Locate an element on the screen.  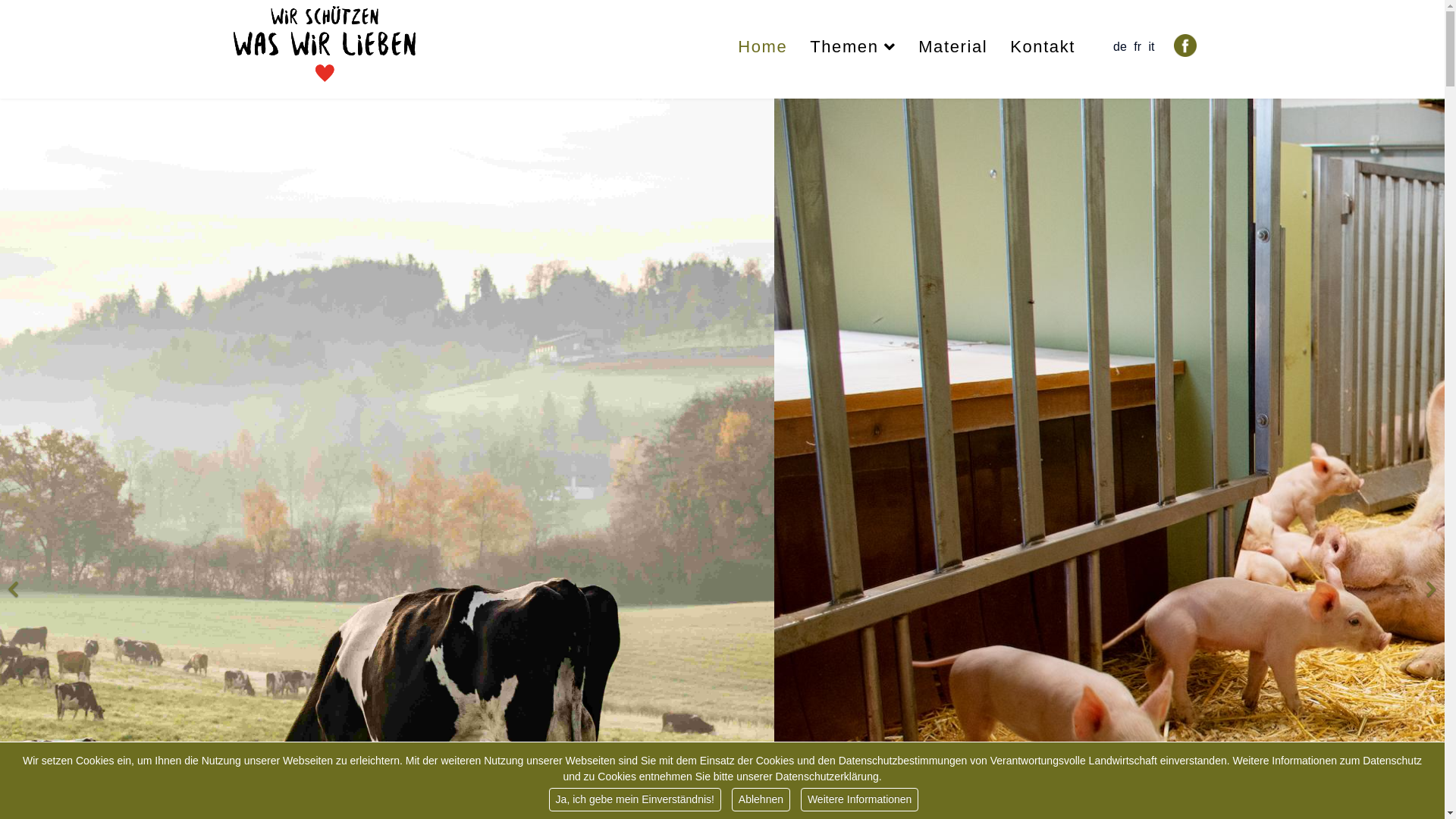
'Home' is located at coordinates (762, 45).